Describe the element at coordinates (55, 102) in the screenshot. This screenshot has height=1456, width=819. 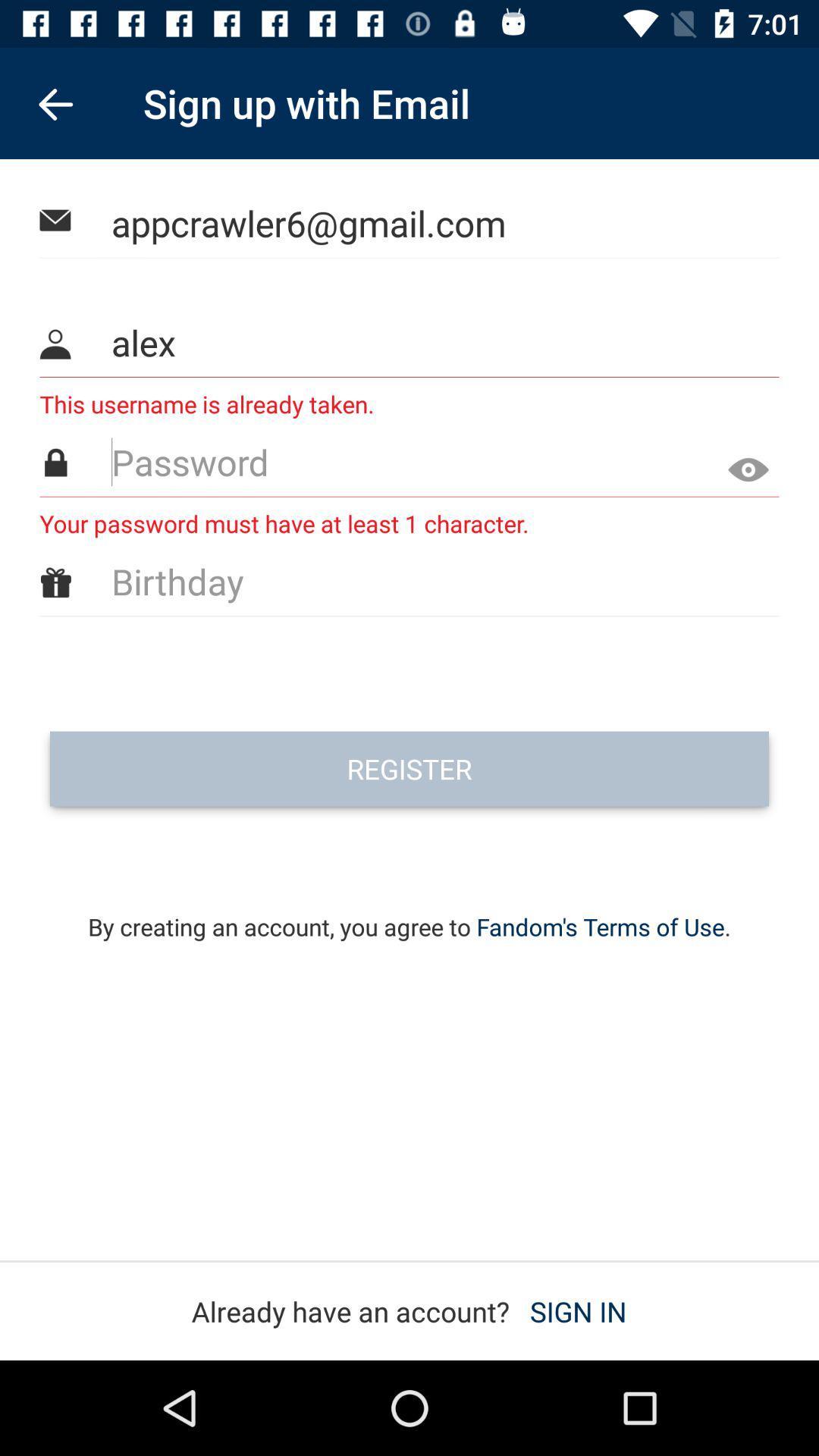
I see `item to the left of sign up with item` at that location.